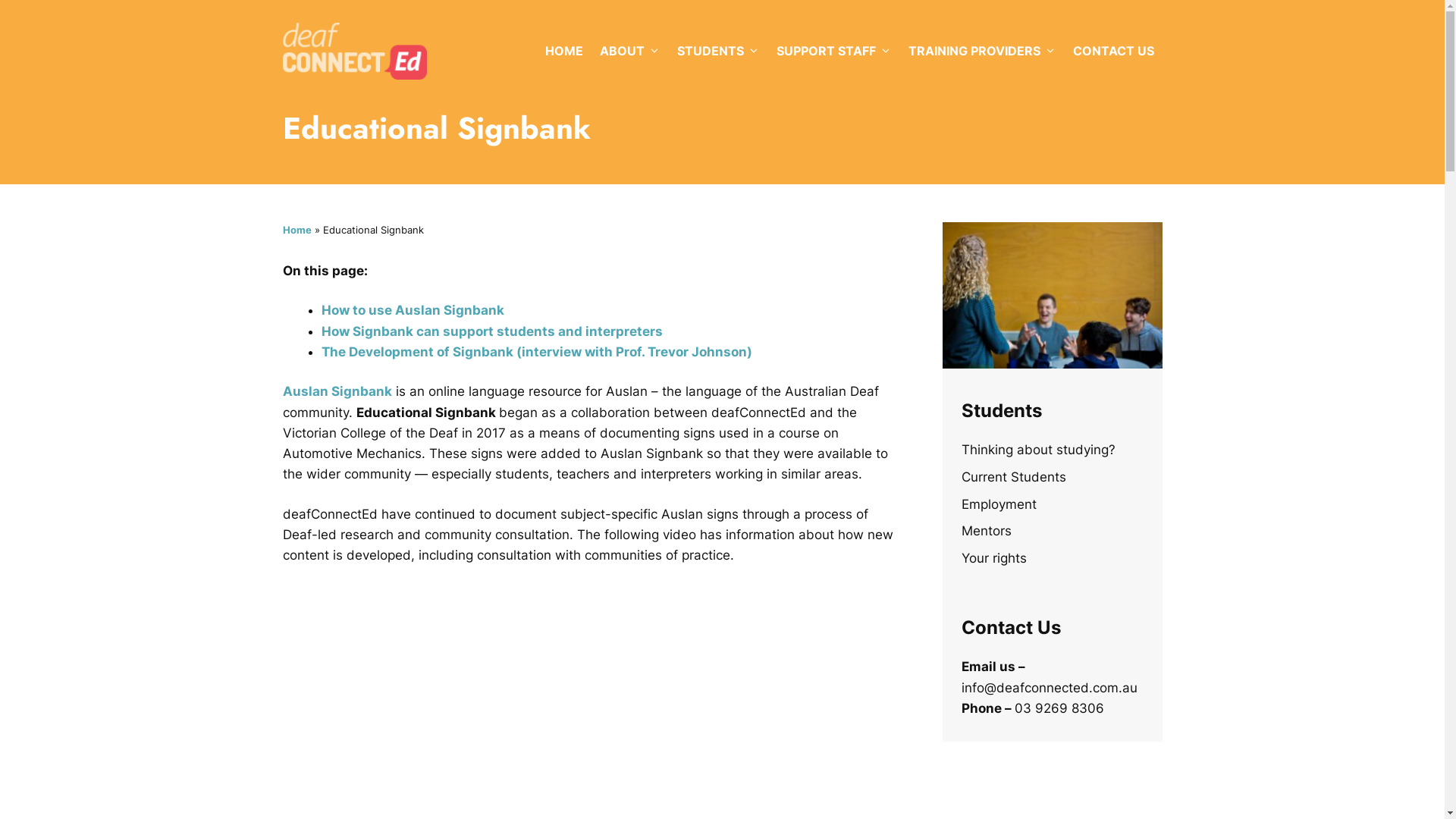 This screenshot has width=1456, height=819. Describe the element at coordinates (717, 49) in the screenshot. I see `'STUDENTS'` at that location.